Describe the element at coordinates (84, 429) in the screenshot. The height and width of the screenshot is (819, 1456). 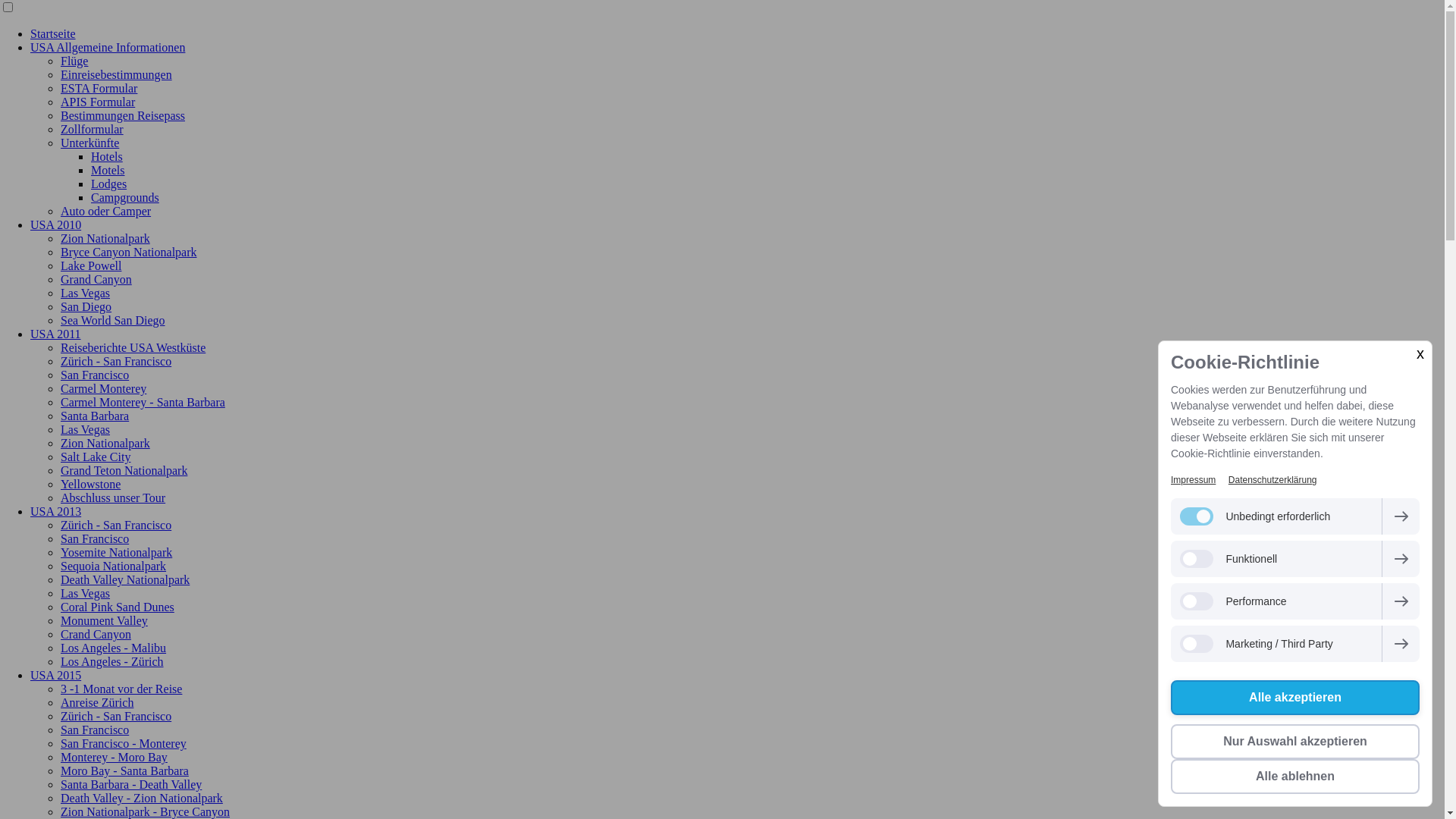
I see `'Las Vegas'` at that location.